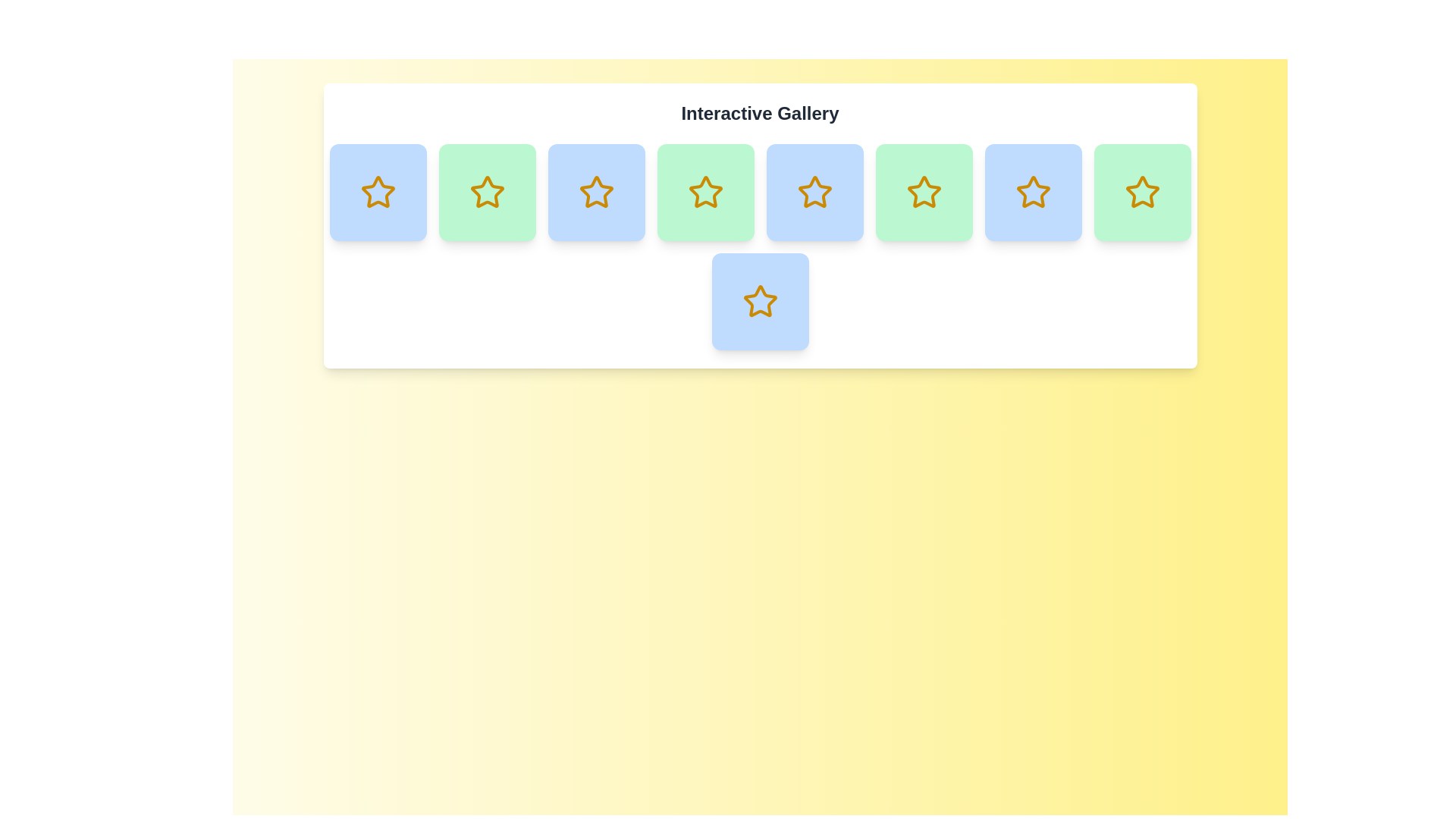 This screenshot has height=819, width=1456. Describe the element at coordinates (595, 192) in the screenshot. I see `the star-shaped icon with a golden-yellow outline located in a light-blue square background, which is the first icon in the second row of the interactive gallery` at that location.